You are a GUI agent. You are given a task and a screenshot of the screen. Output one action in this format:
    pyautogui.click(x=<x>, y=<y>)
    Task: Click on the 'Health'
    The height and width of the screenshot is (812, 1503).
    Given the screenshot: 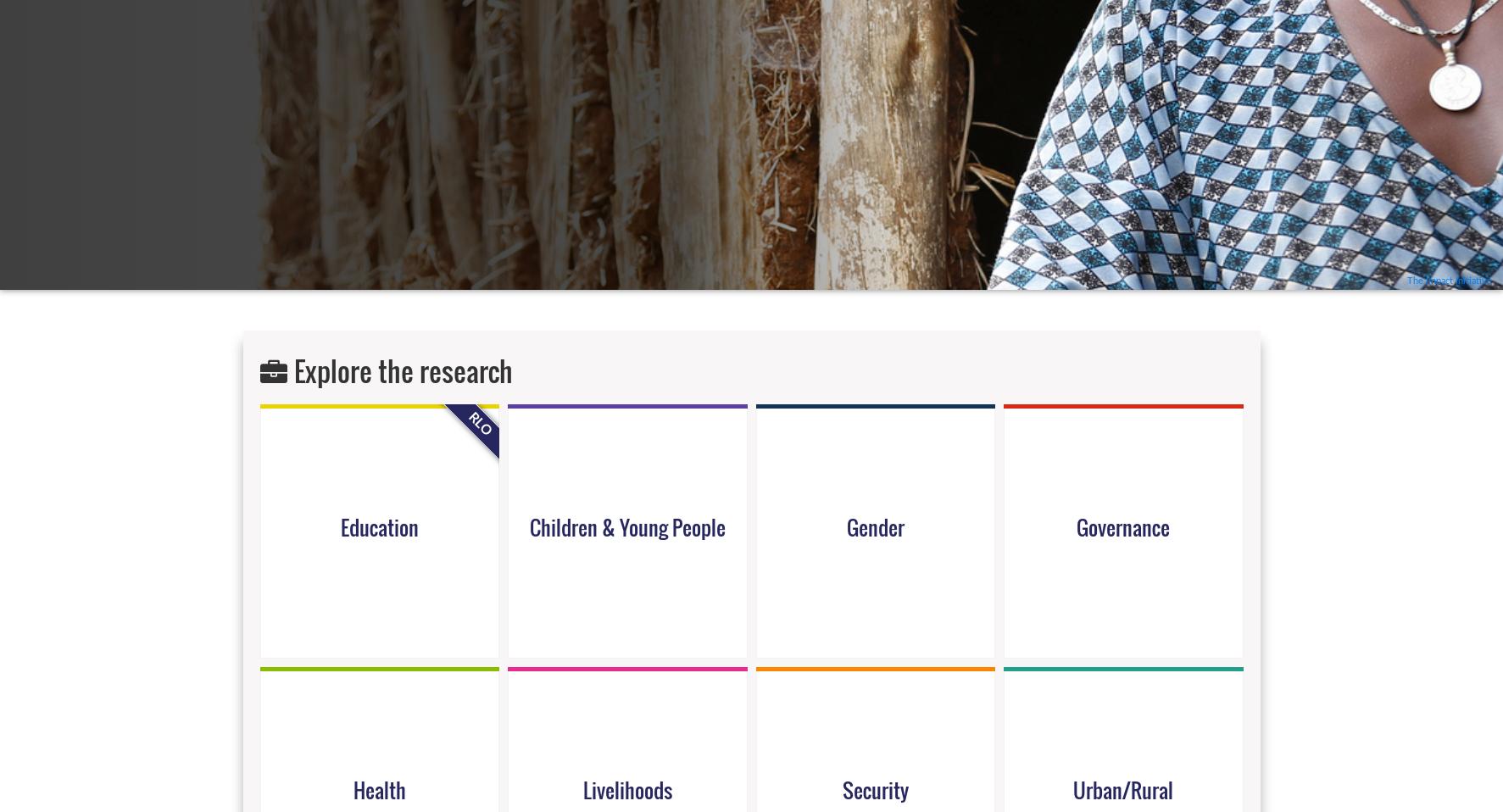 What is the action you would take?
    pyautogui.click(x=377, y=788)
    